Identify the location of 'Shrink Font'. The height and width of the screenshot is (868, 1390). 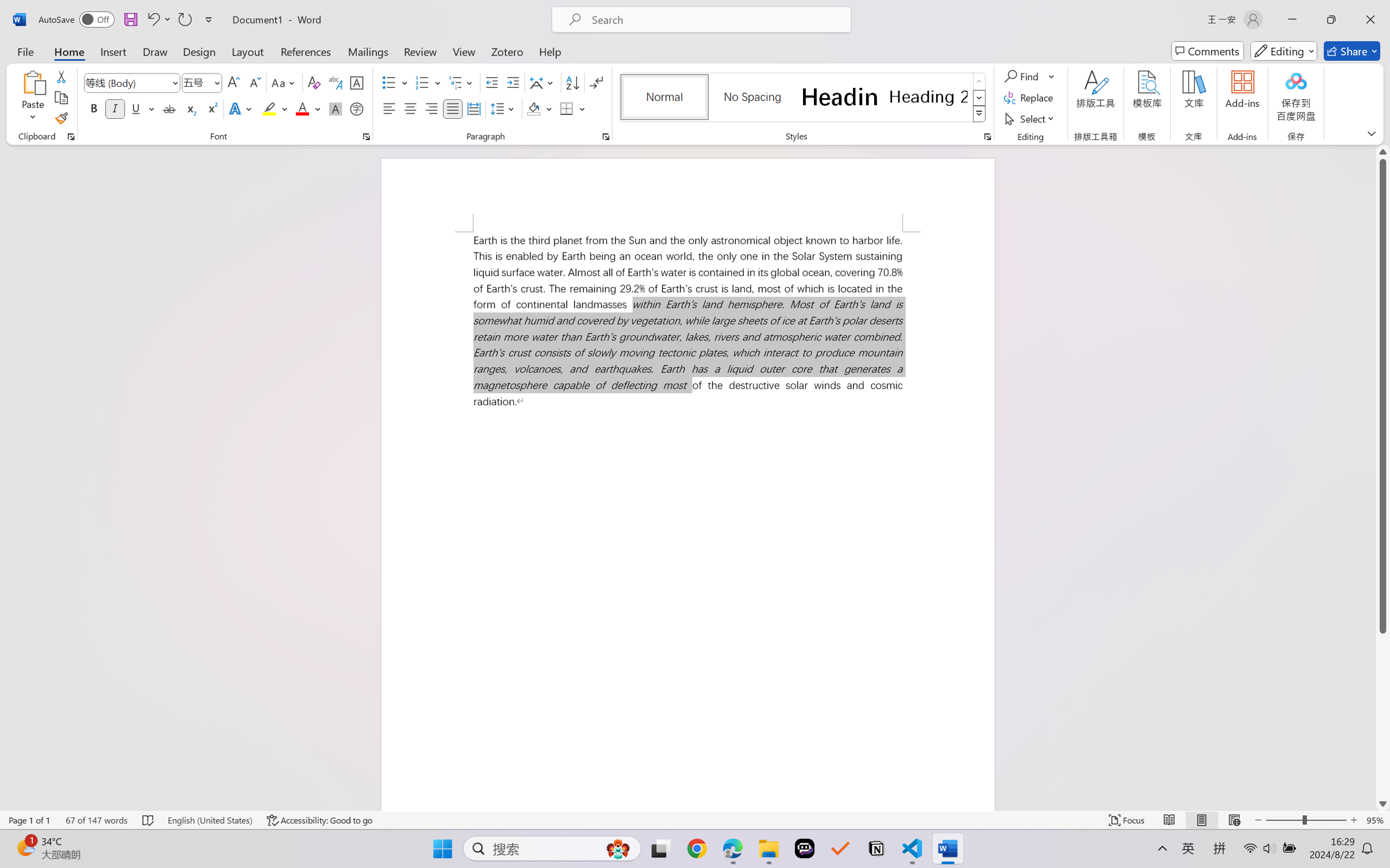
(253, 83).